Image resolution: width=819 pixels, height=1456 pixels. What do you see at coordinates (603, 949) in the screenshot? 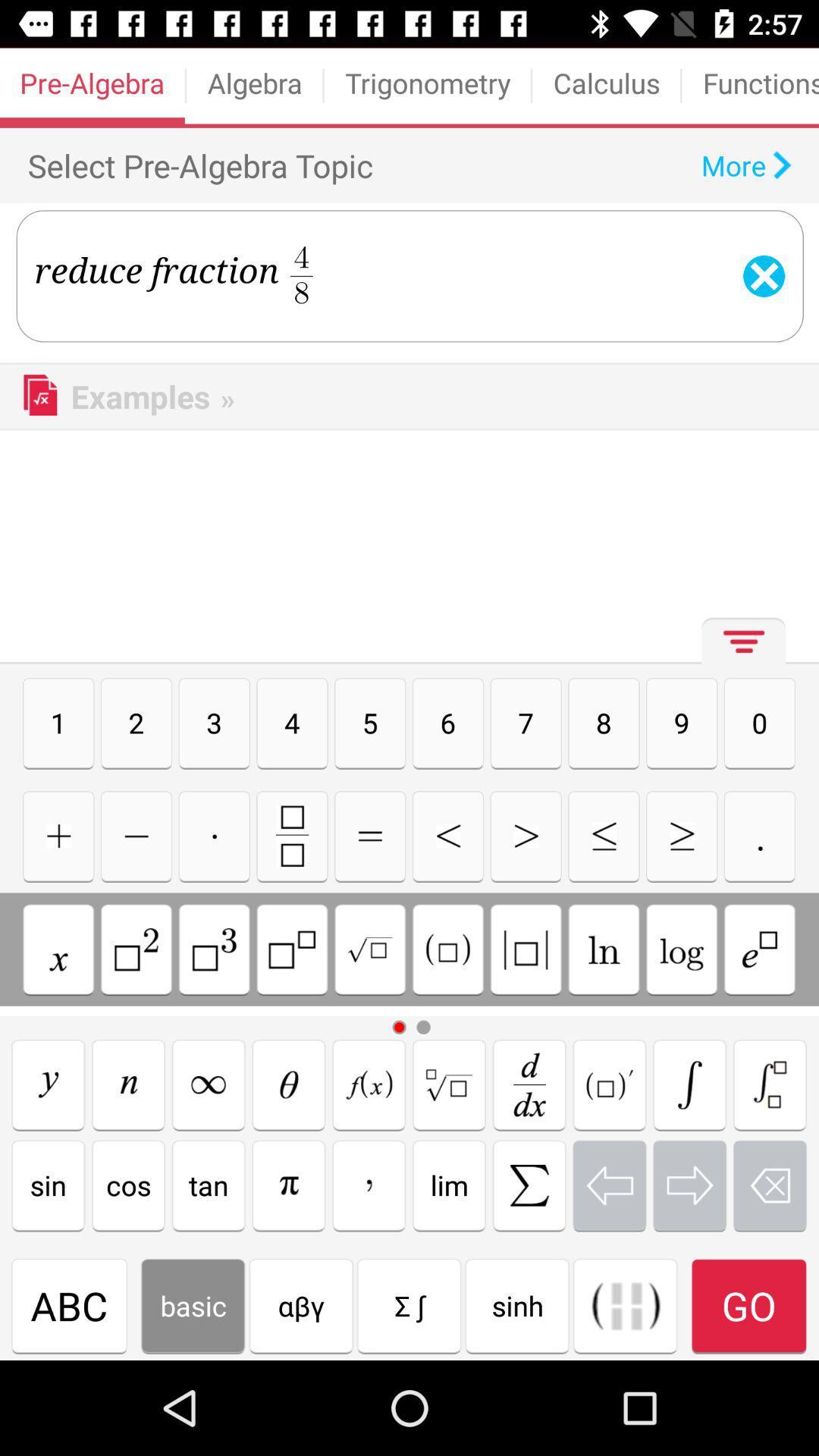
I see `typing button` at bounding box center [603, 949].